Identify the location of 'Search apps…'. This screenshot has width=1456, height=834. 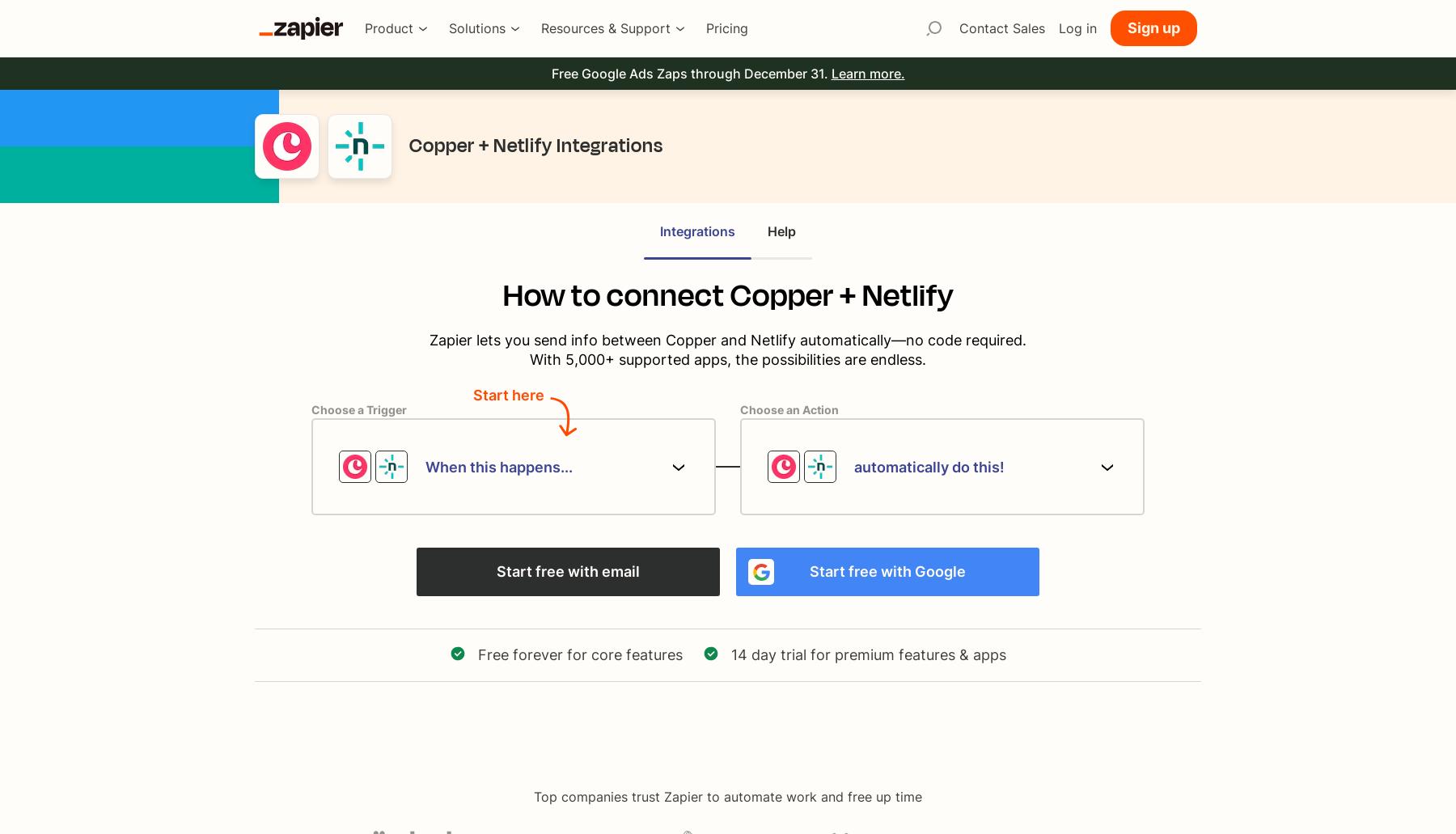
(933, 60).